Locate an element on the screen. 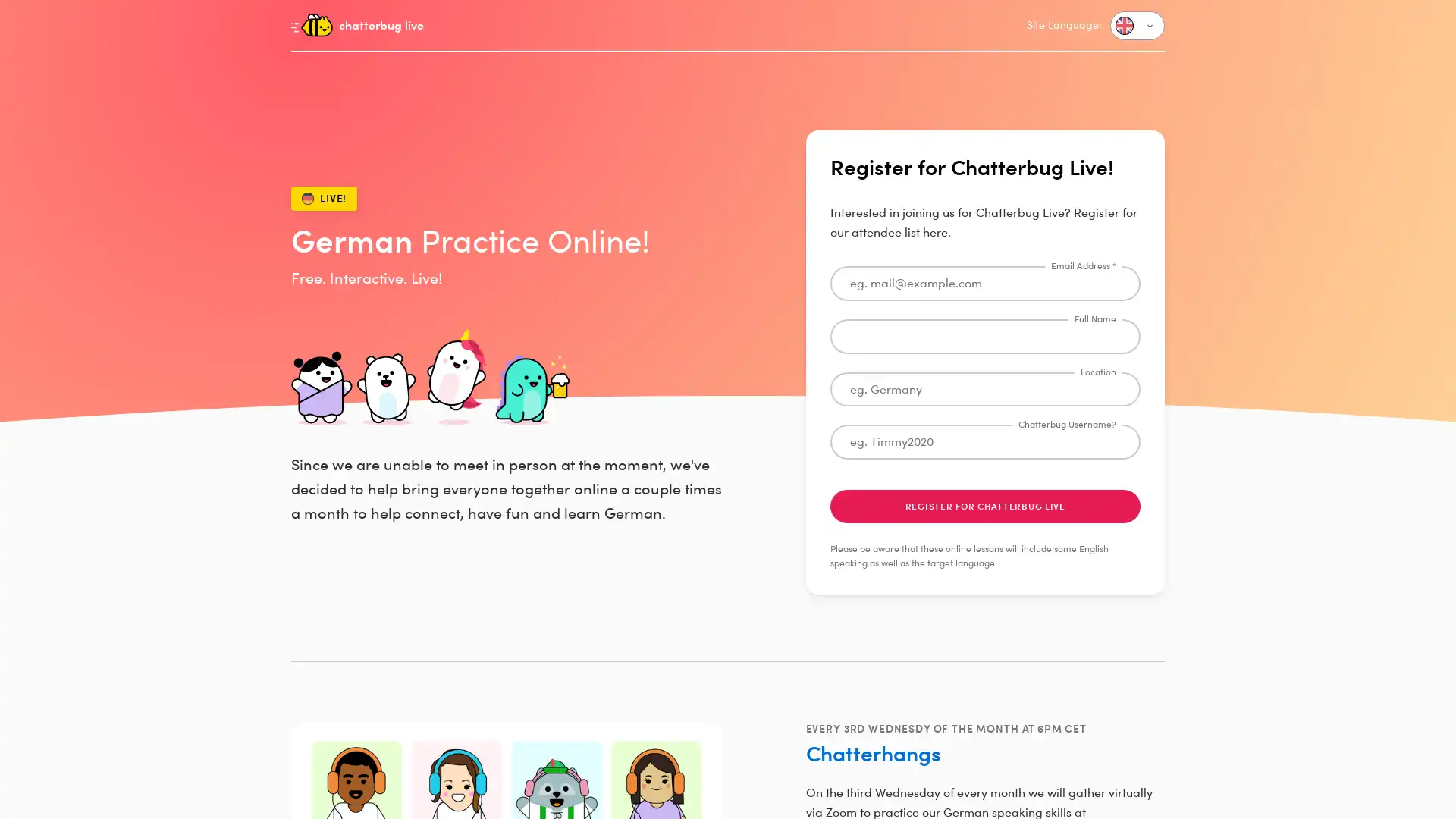  REGISTER FOR CHATTERBUG LIVE is located at coordinates (985, 506).